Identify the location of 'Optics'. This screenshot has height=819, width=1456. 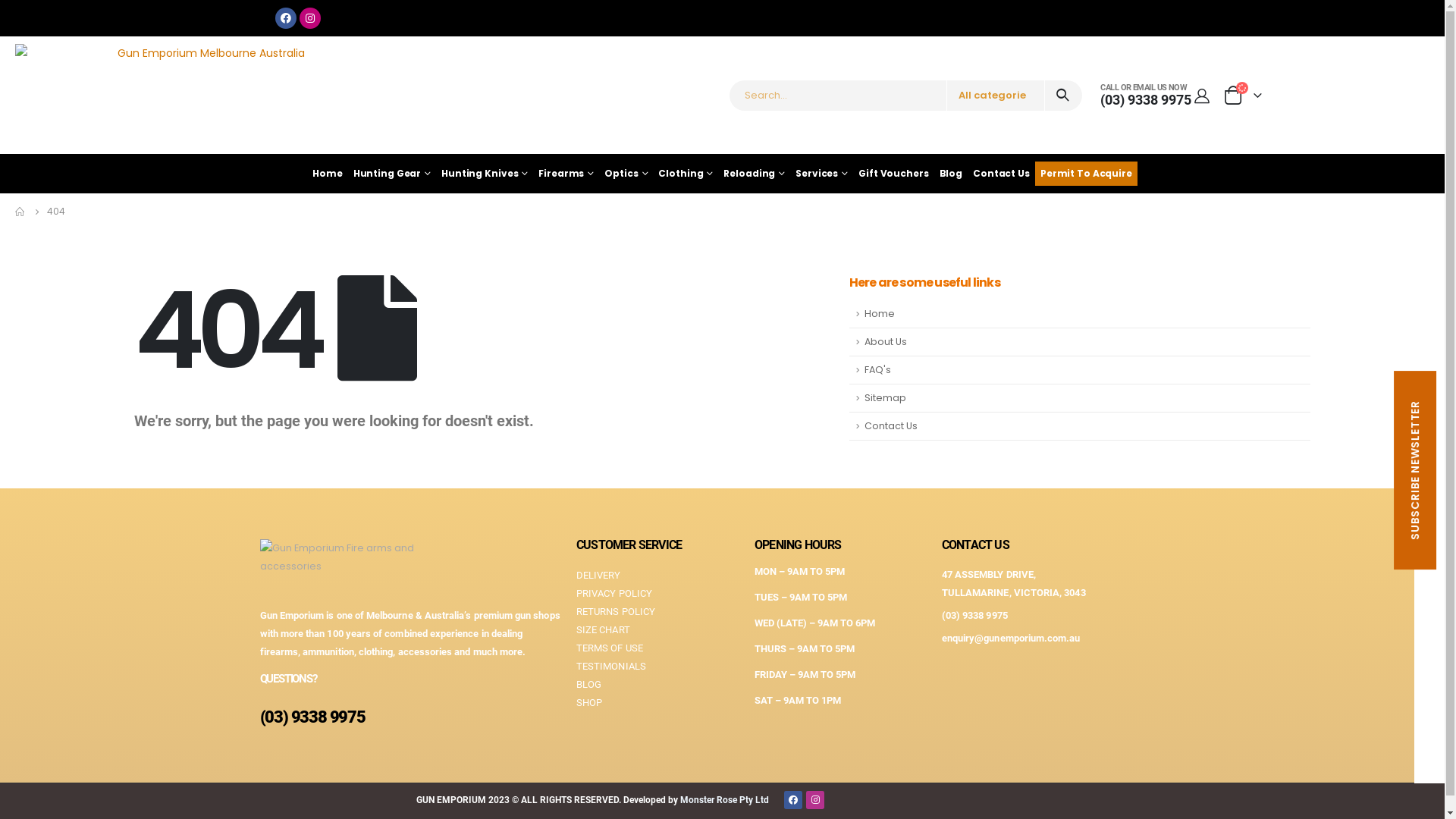
(626, 172).